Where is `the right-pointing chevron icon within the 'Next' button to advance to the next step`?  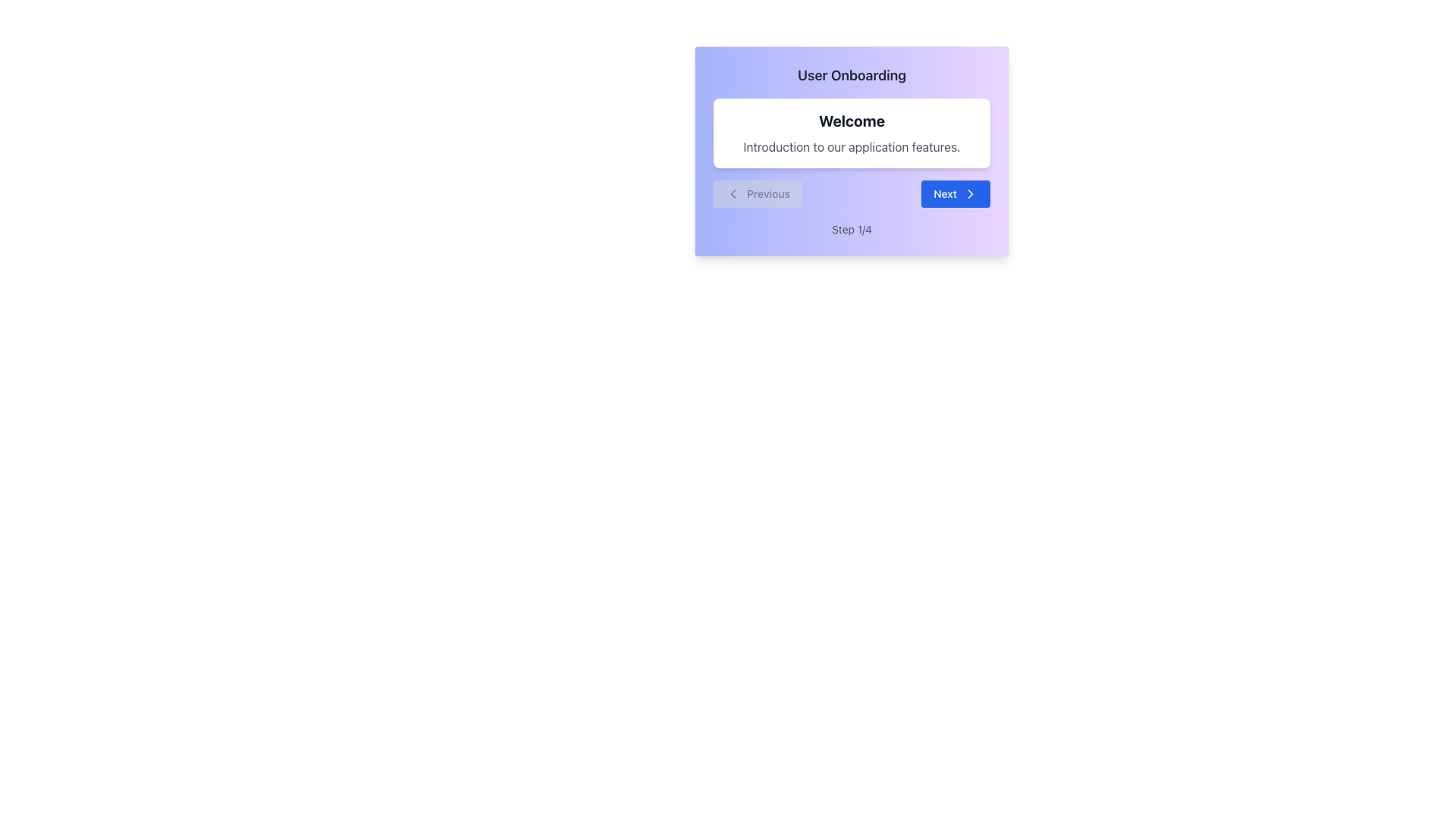 the right-pointing chevron icon within the 'Next' button to advance to the next step is located at coordinates (971, 193).